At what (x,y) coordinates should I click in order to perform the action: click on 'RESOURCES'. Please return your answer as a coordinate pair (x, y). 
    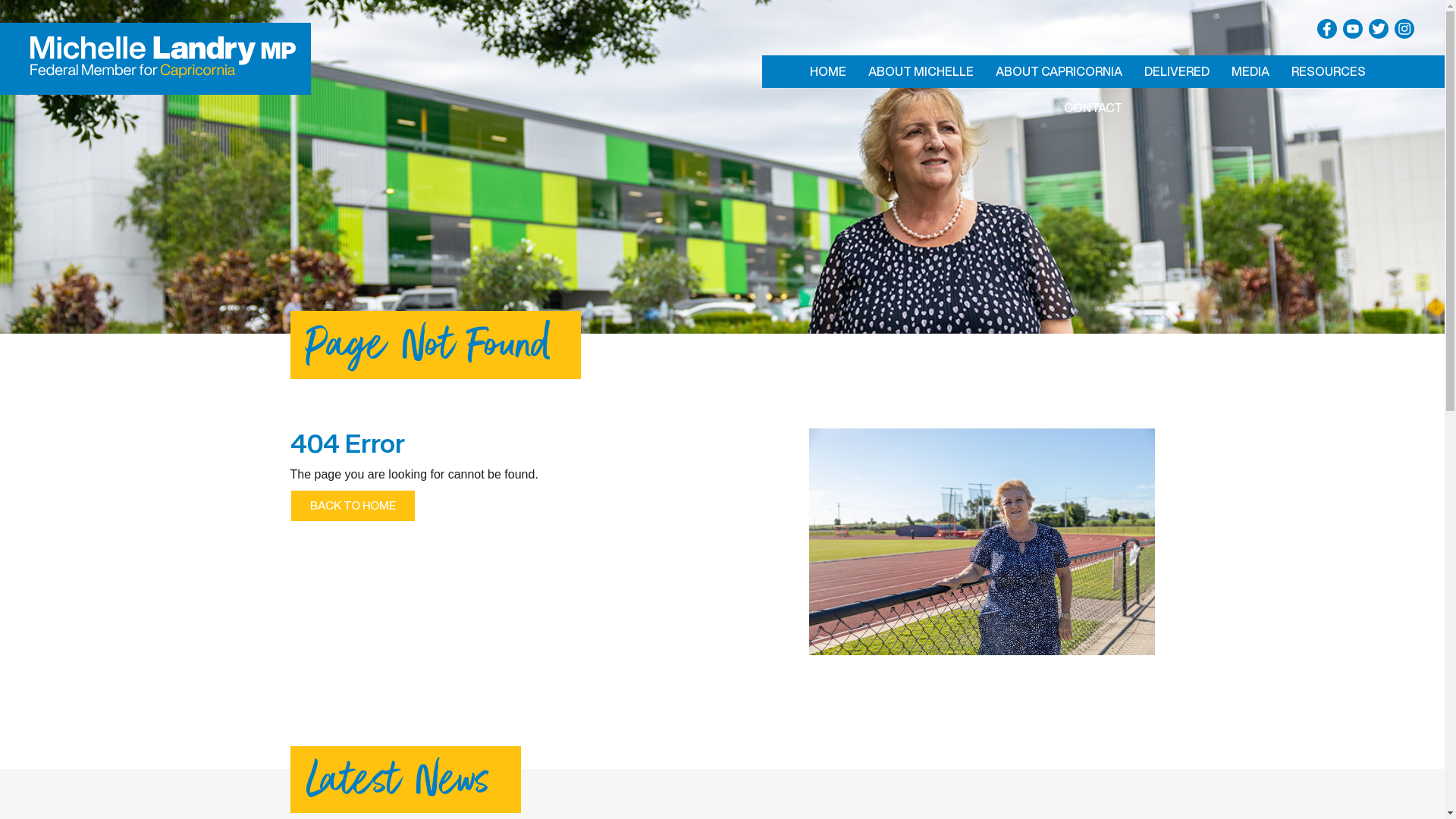
    Looking at the image, I should click on (1328, 71).